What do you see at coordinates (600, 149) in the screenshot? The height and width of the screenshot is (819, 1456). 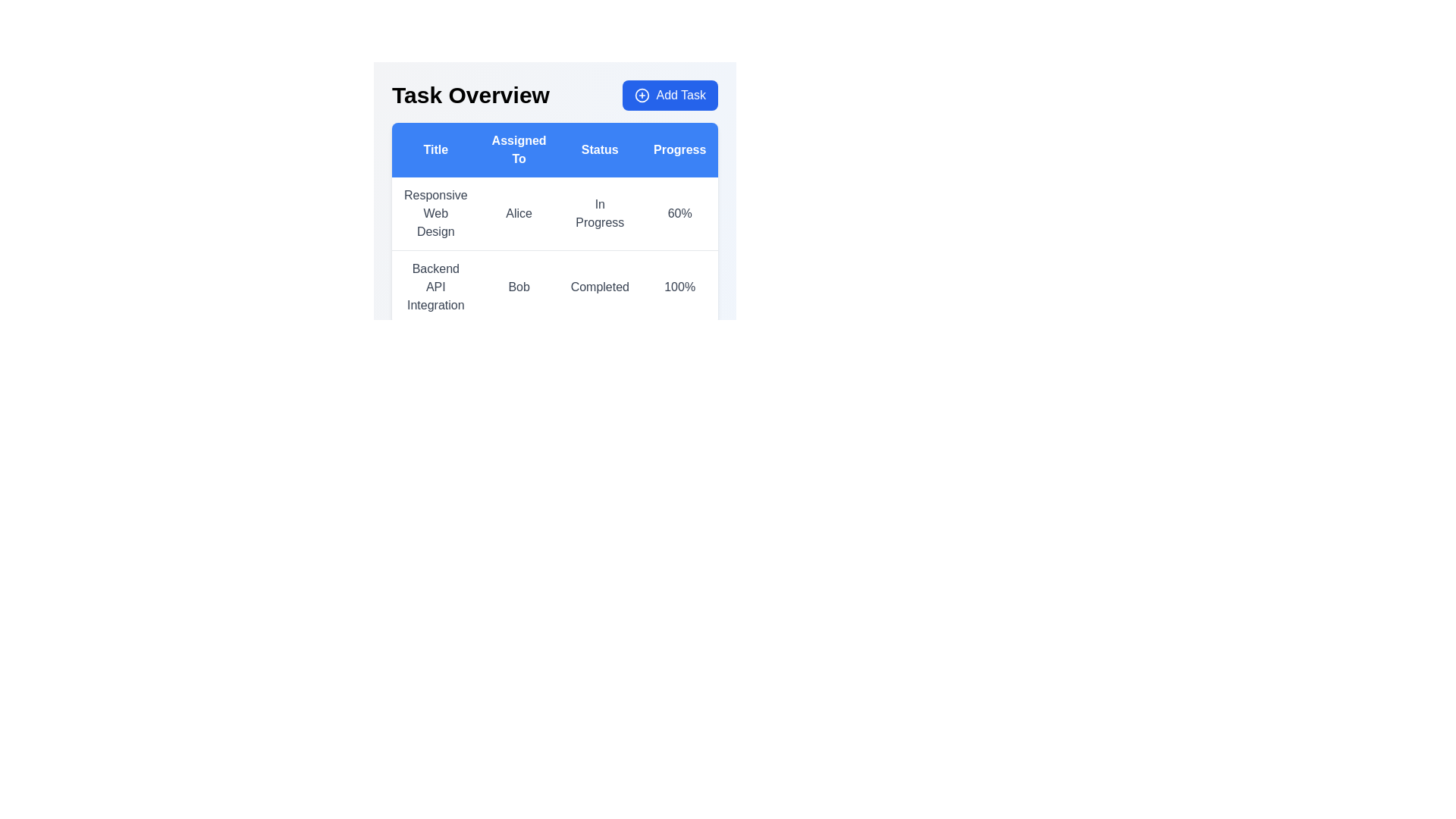 I see `the Table Header that labels the columns 'Title', 'Assigned To', 'Status', 'Progress', and 'Actions', located directly below the 'Task Overview' header` at bounding box center [600, 149].